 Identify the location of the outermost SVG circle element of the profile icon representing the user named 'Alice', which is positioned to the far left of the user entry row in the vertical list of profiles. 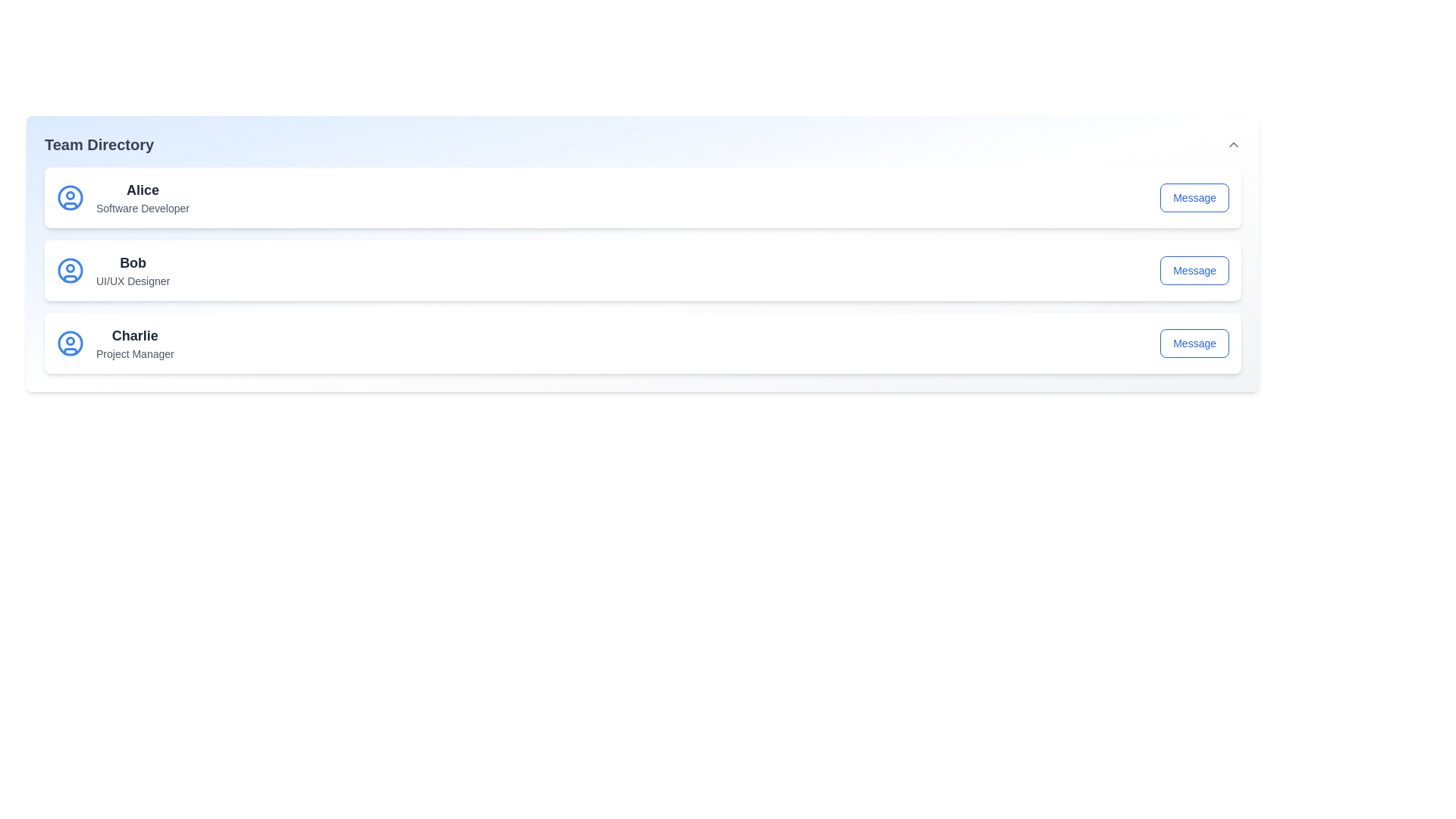
(69, 197).